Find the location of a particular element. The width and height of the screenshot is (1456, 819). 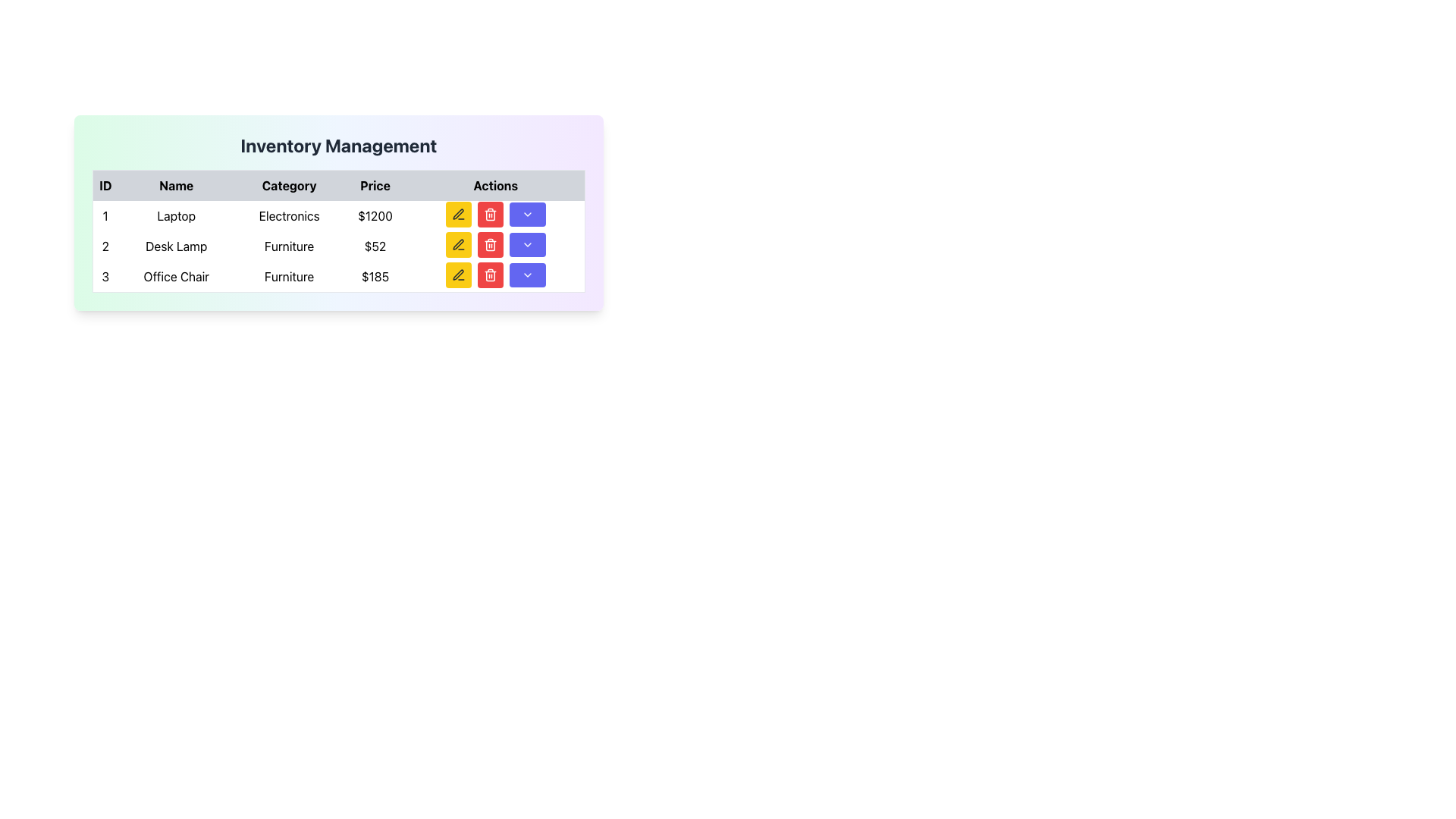

the 'Price' label in the third row of the table, which indicates the monetary value of the item categorized as 'Furniture' is located at coordinates (375, 277).